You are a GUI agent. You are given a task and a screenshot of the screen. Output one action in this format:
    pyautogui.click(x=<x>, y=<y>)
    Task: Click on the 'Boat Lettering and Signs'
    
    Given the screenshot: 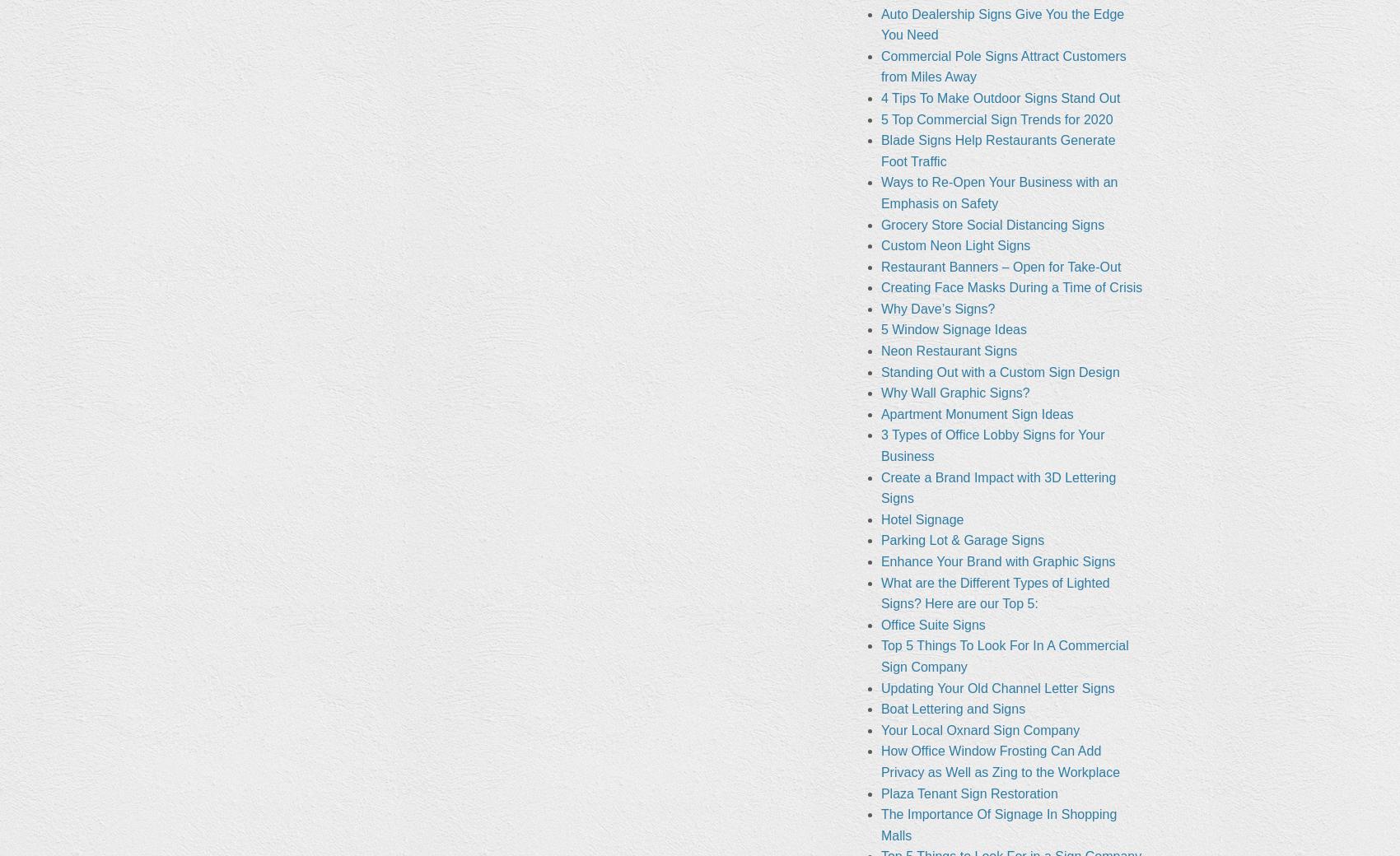 What is the action you would take?
    pyautogui.click(x=880, y=708)
    